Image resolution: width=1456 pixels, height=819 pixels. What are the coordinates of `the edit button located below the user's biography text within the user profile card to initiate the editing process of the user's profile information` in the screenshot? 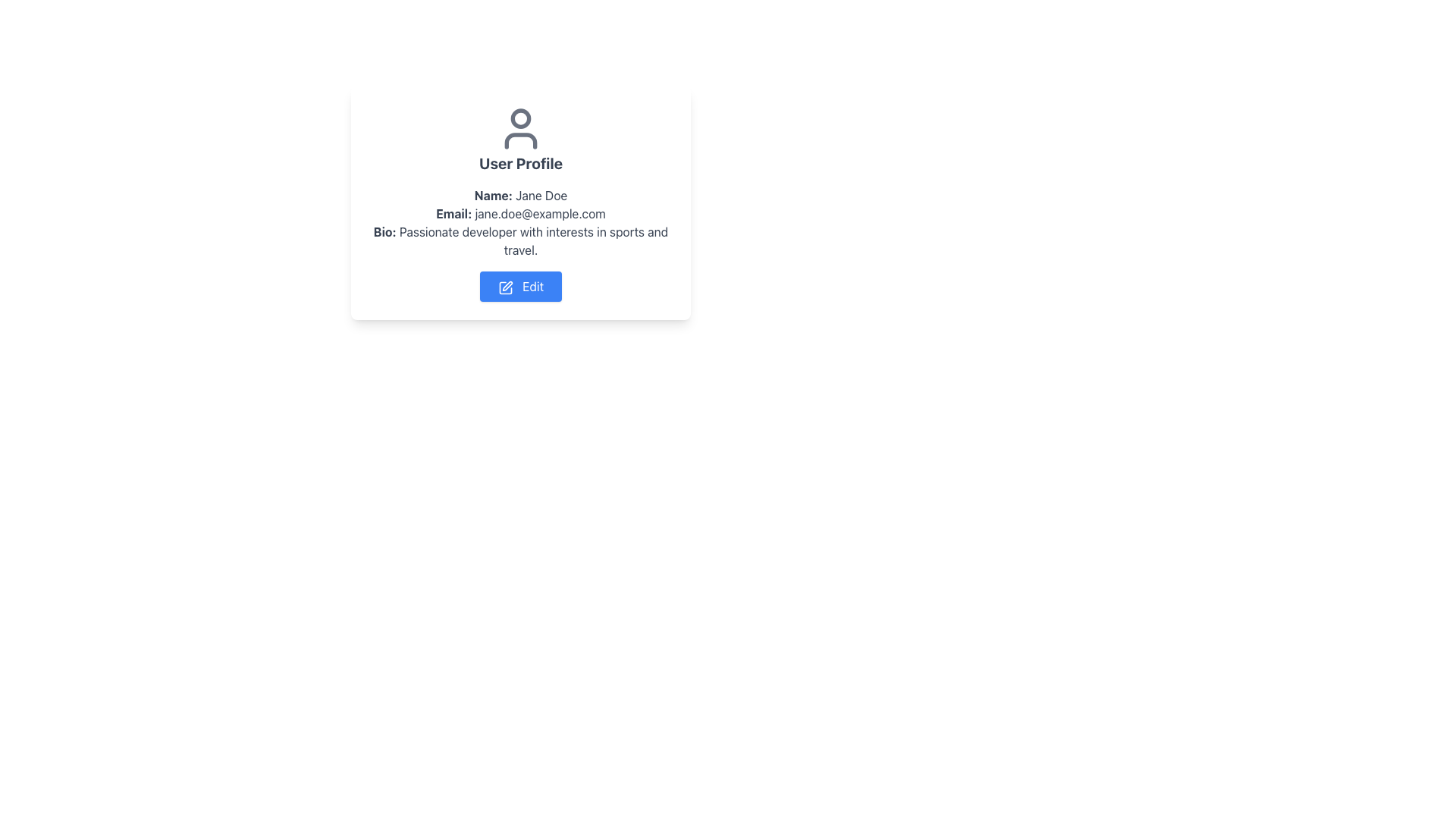 It's located at (520, 287).